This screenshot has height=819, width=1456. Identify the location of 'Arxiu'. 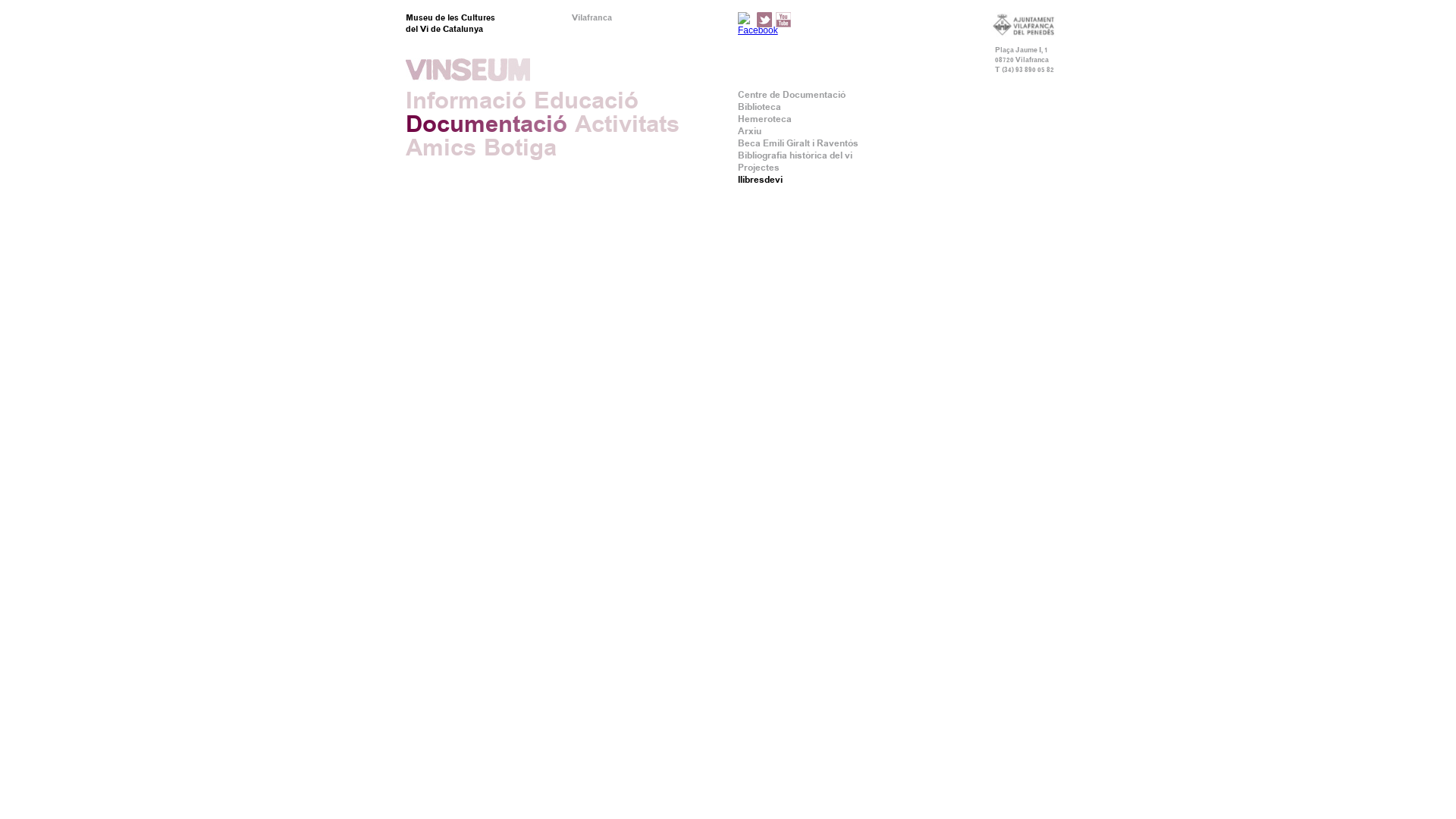
(738, 130).